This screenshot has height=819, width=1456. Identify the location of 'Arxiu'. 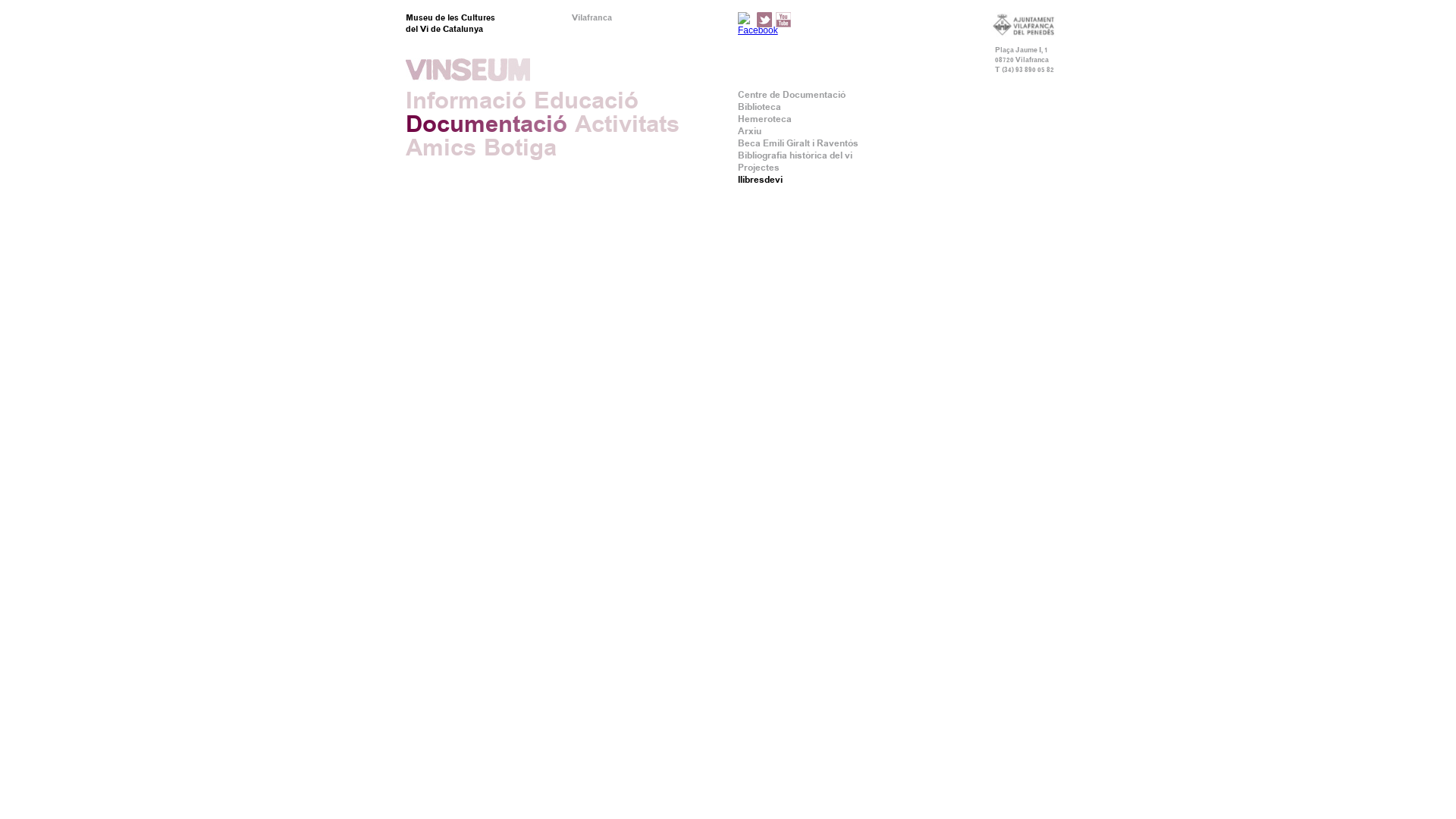
(738, 130).